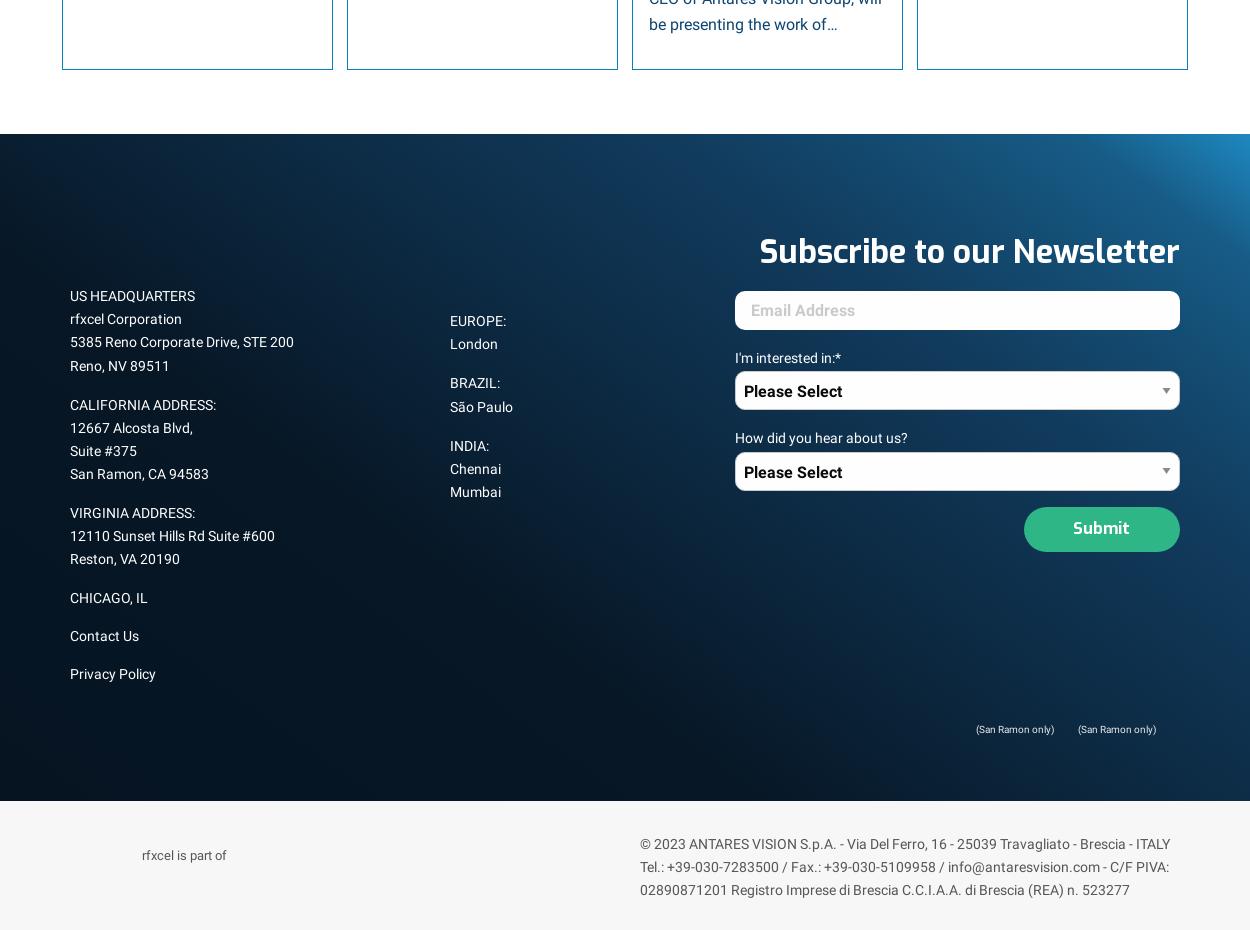  I want to click on 'Privacy Policy', so click(111, 672).